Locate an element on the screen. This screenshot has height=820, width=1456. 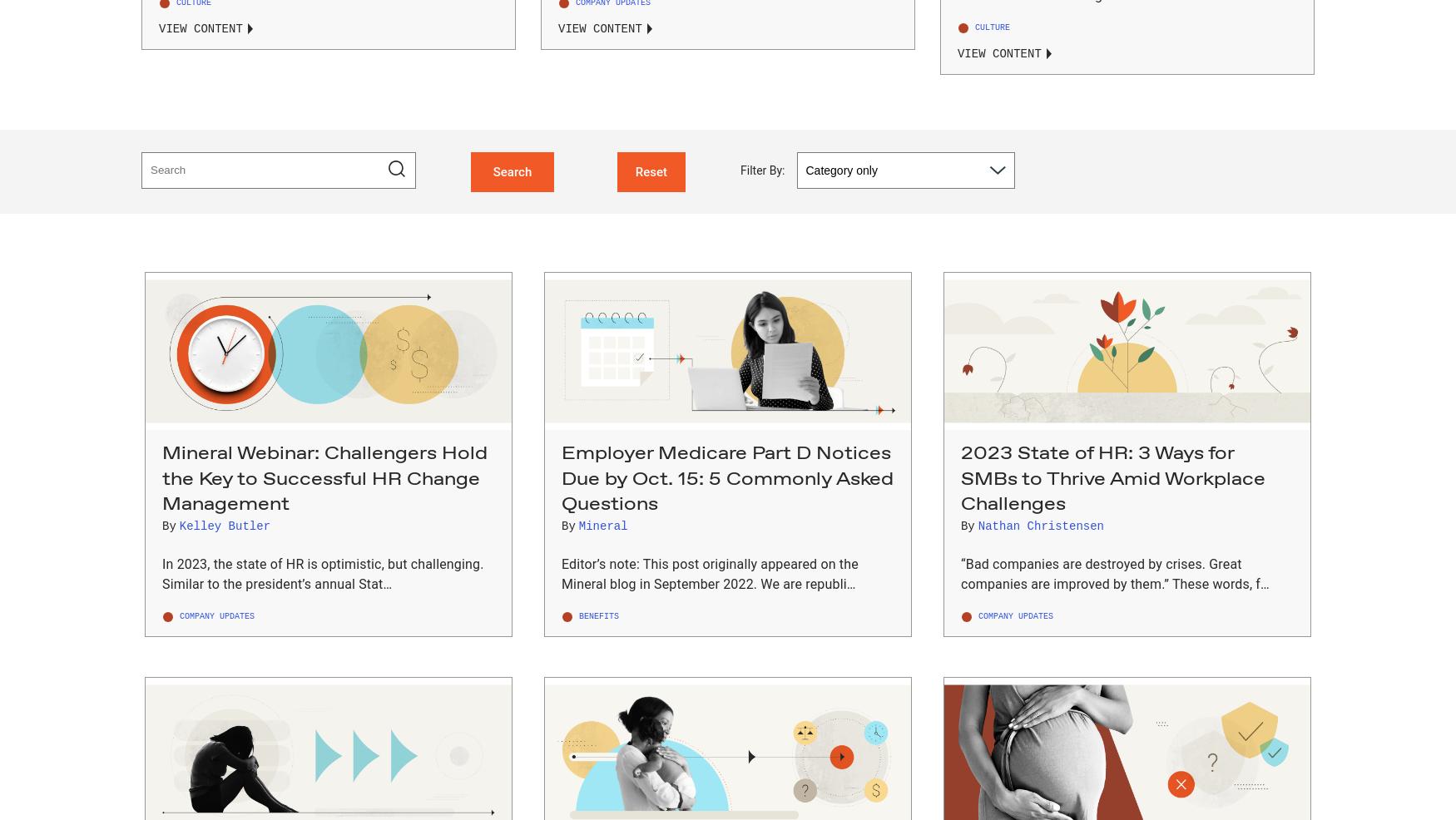
'Reset' is located at coordinates (634, 170).